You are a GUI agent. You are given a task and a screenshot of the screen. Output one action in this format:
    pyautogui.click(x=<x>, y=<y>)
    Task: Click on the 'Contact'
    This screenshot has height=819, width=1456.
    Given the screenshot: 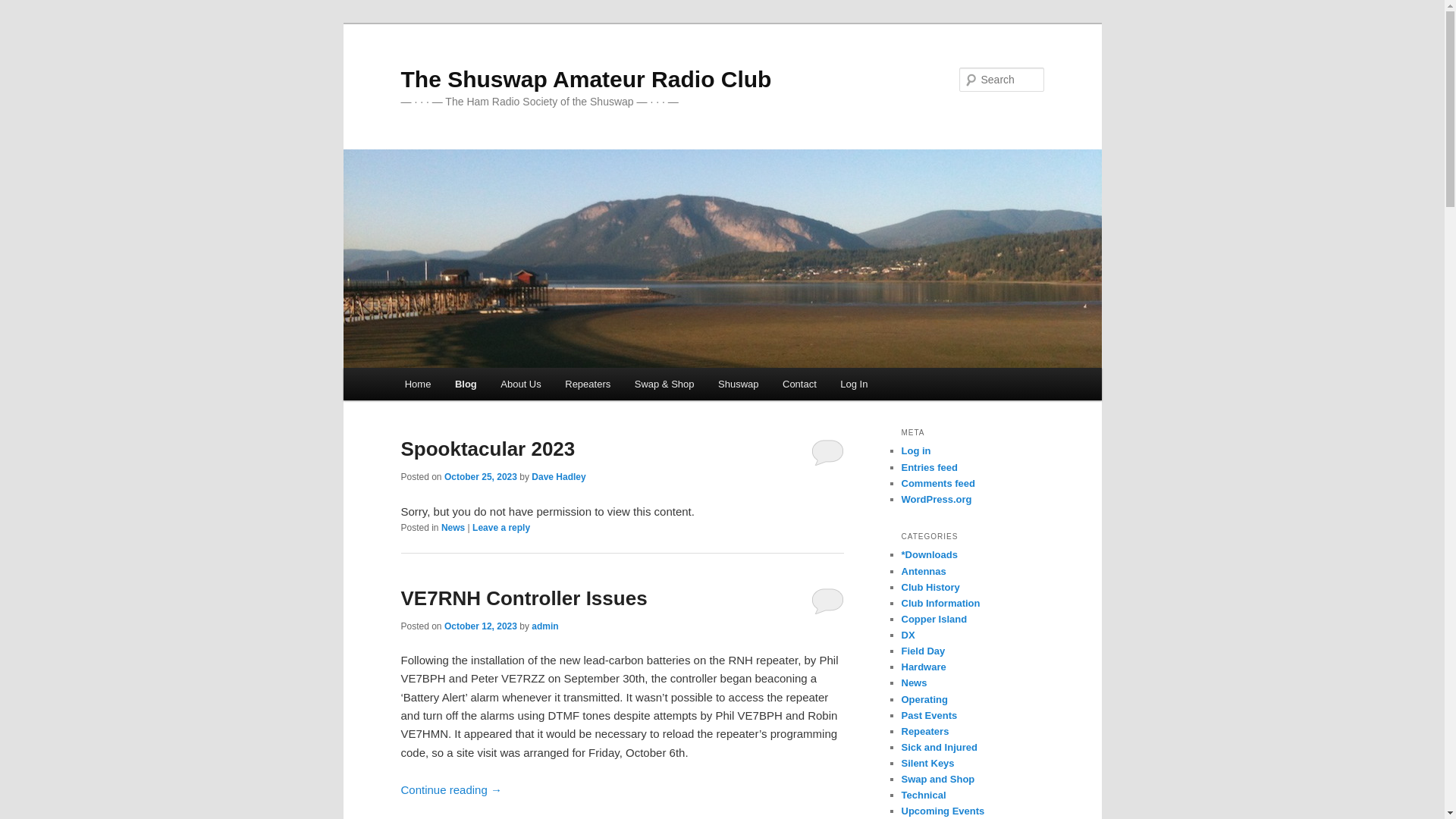 What is the action you would take?
    pyautogui.click(x=799, y=383)
    